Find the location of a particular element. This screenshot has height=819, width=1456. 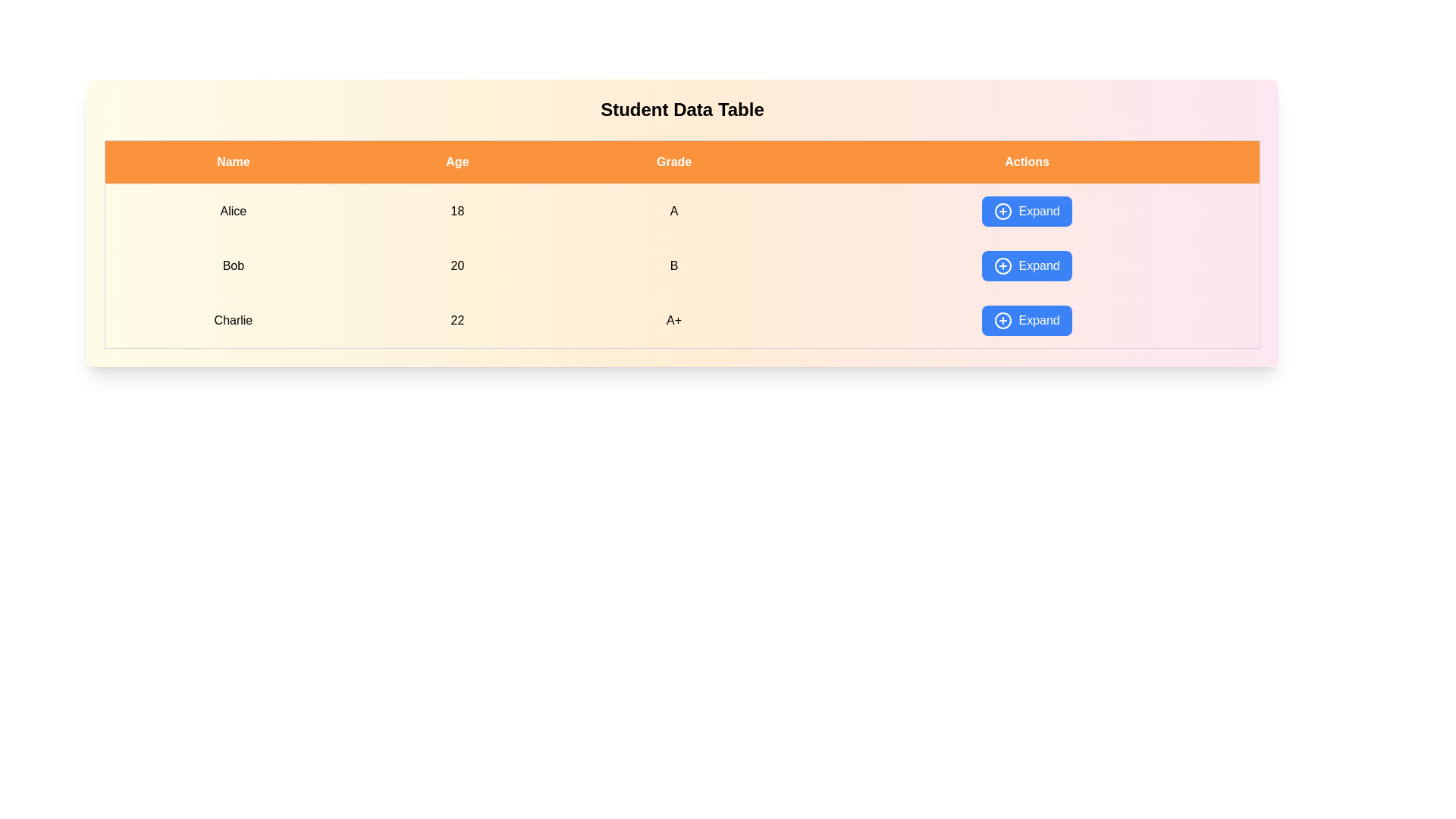

the Text Label displaying the capital letter 'A' for the student 'Alice' in the 'Grade' column of the table is located at coordinates (673, 211).